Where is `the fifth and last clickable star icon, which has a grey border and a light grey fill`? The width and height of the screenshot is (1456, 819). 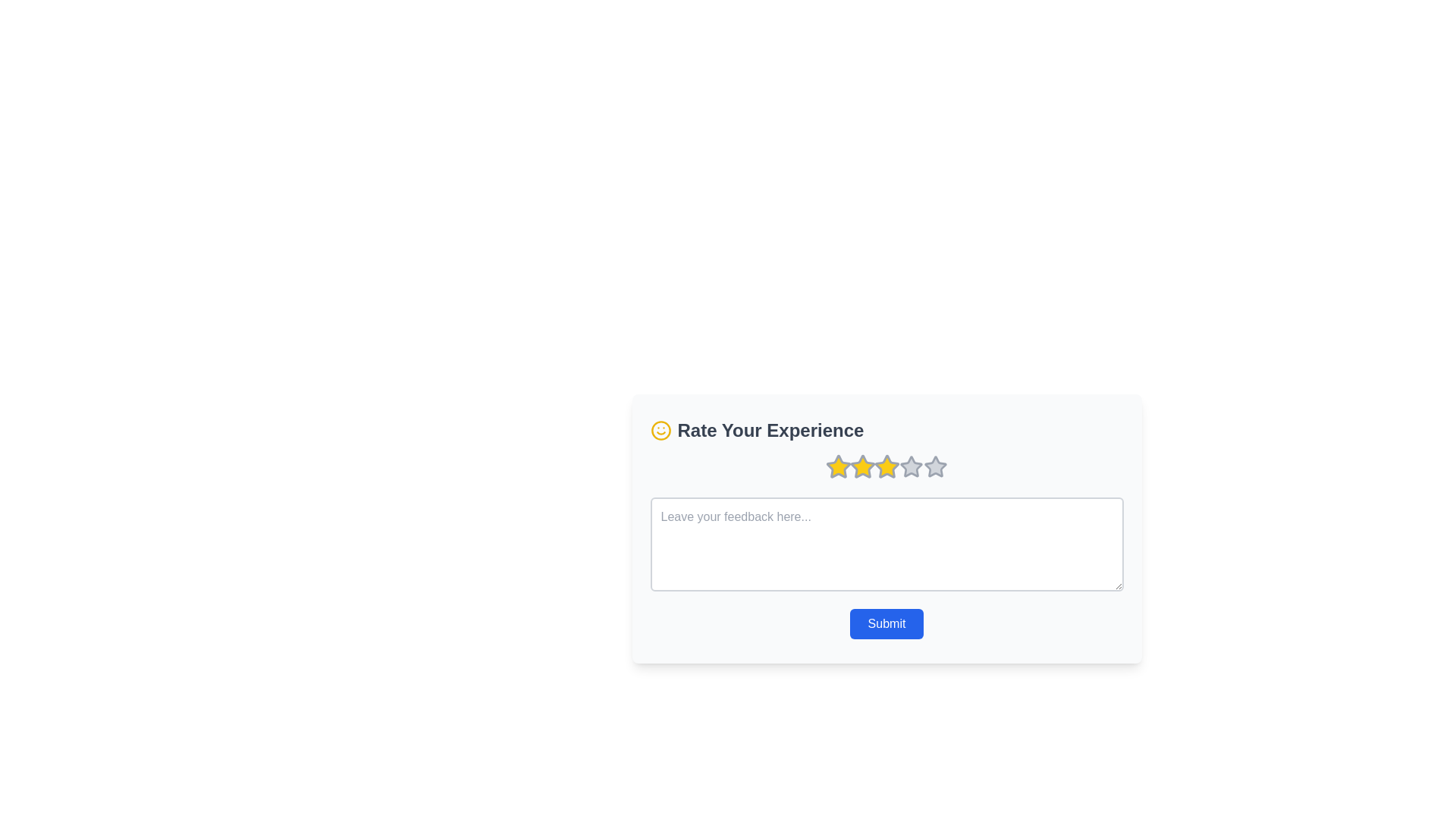
the fifth and last clickable star icon, which has a grey border and a light grey fill is located at coordinates (934, 466).